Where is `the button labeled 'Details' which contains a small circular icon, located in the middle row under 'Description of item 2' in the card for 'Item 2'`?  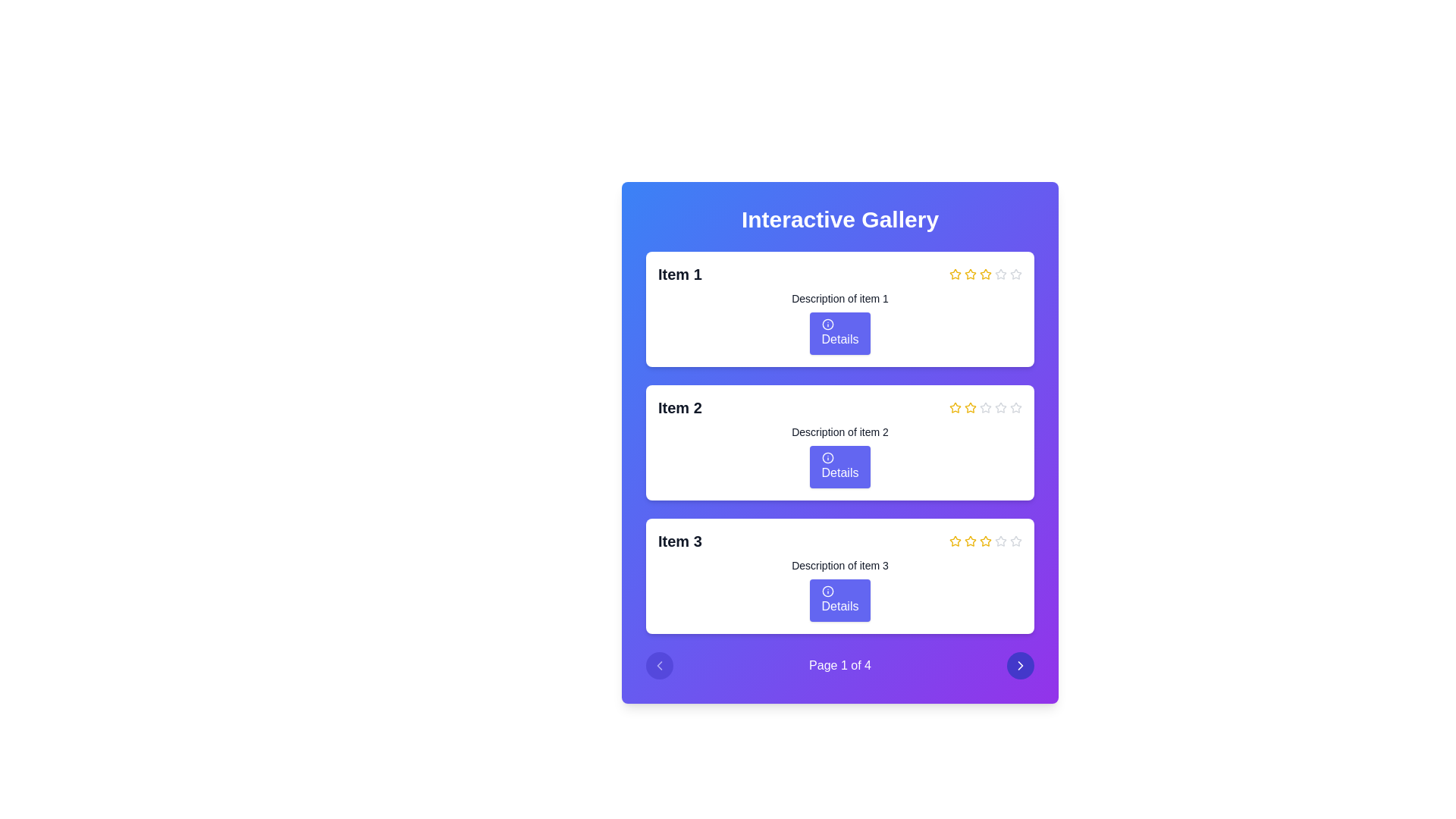 the button labeled 'Details' which contains a small circular icon, located in the middle row under 'Description of item 2' in the card for 'Item 2' is located at coordinates (827, 457).